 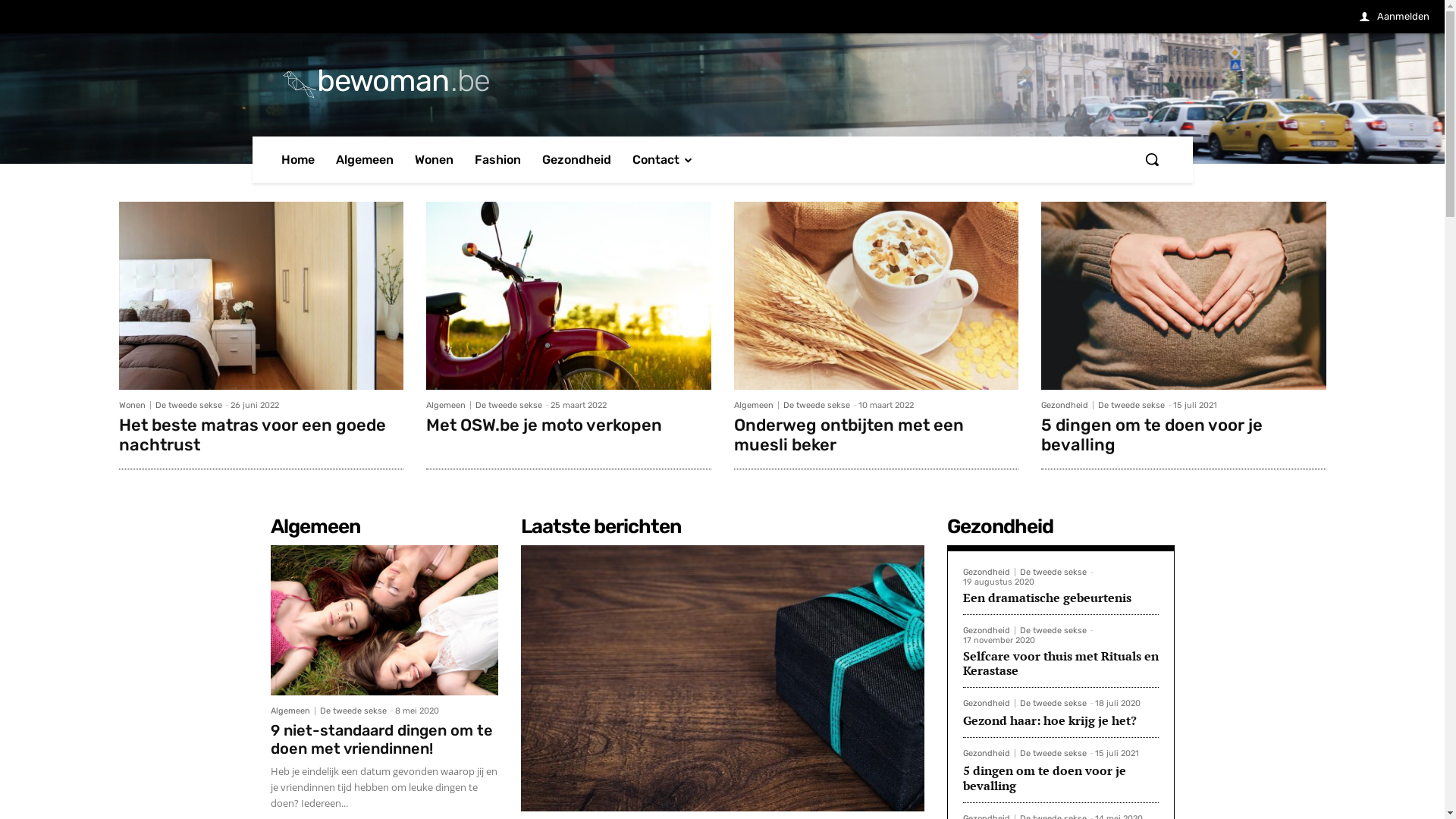 What do you see at coordinates (261, 295) in the screenshot?
I see `'Het beste matras voor een goede nachtrust'` at bounding box center [261, 295].